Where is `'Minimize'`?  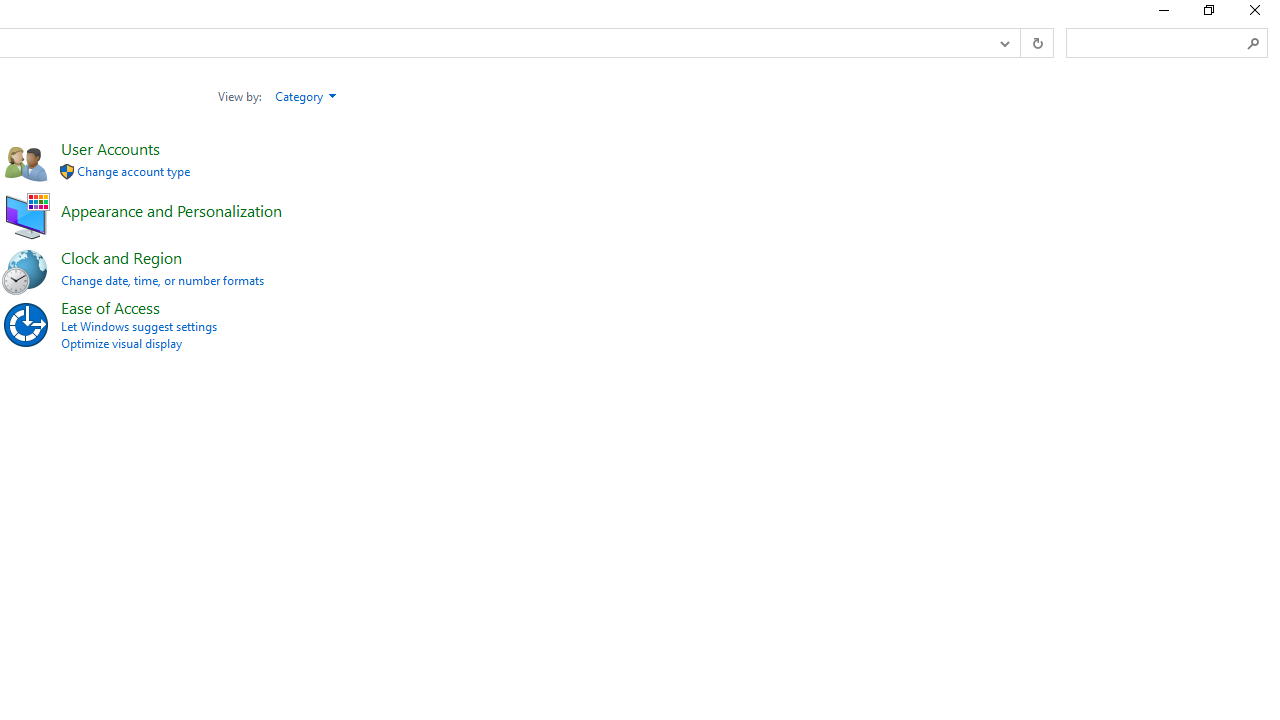 'Minimize' is located at coordinates (1162, 15).